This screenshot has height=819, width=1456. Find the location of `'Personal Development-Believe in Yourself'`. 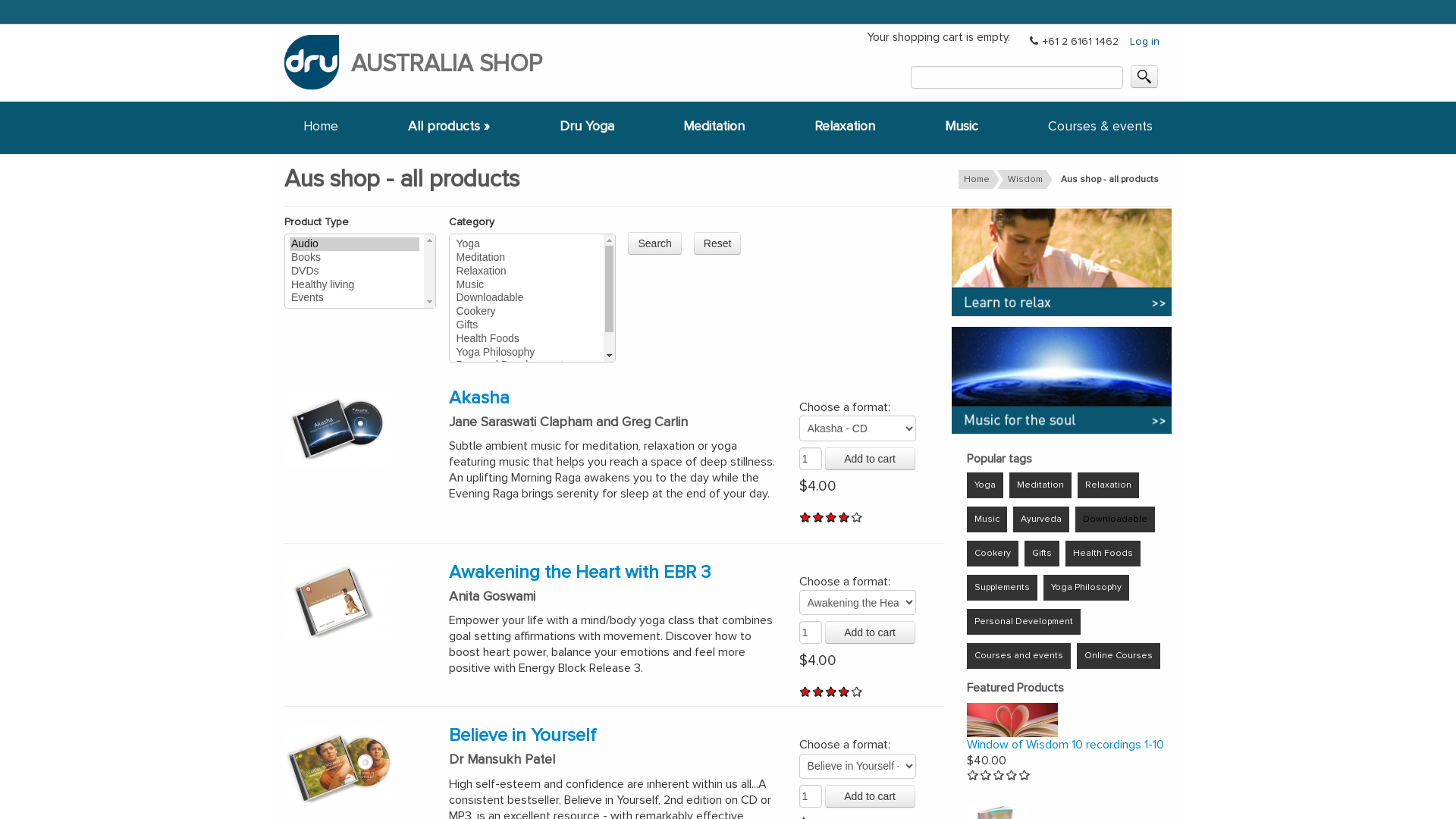

'Personal Development-Believe in Yourself' is located at coordinates (337, 764).